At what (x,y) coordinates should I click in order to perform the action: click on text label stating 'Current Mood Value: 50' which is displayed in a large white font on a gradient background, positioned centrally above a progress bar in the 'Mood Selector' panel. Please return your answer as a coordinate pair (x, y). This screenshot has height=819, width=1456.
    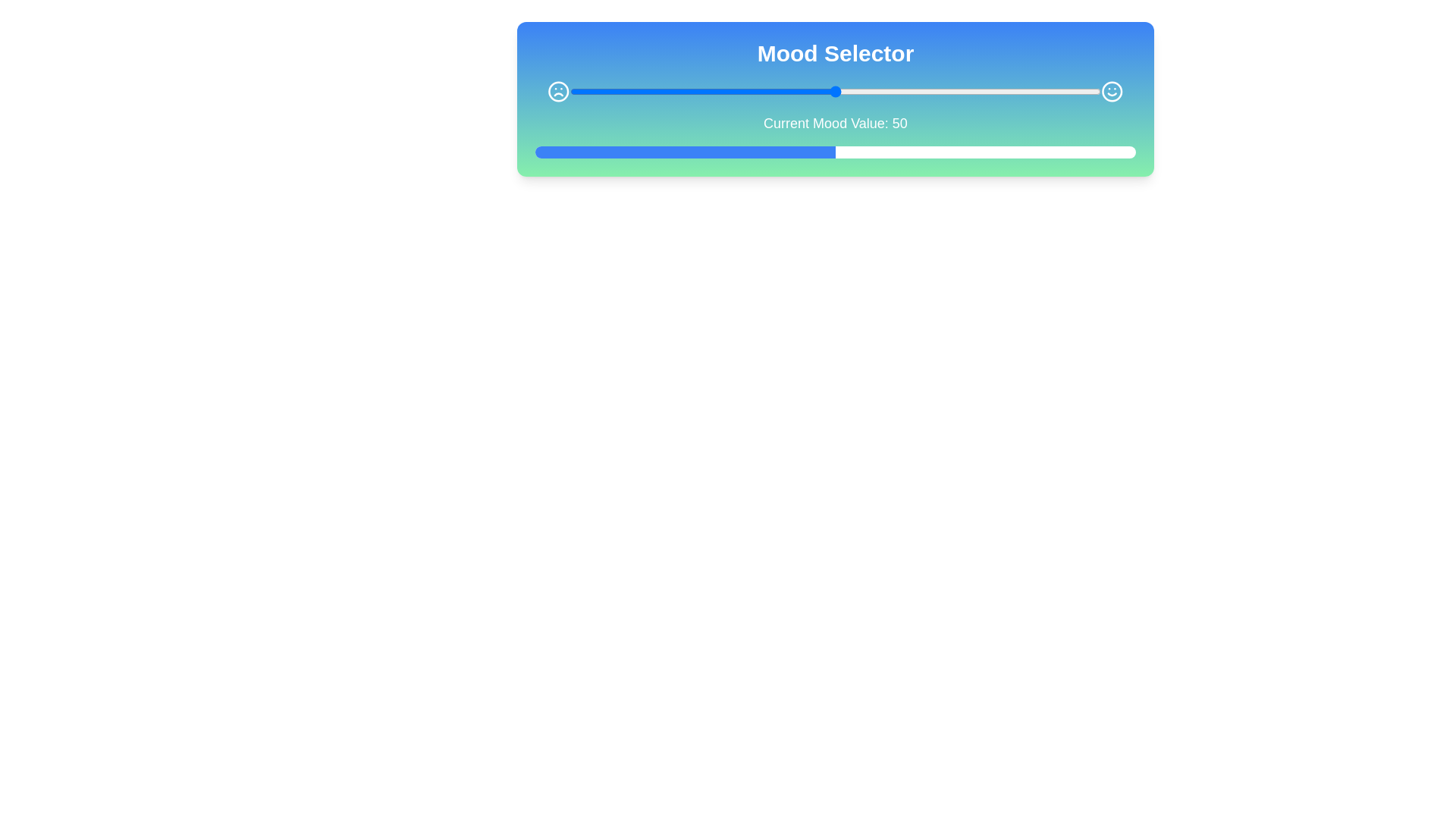
    Looking at the image, I should click on (835, 122).